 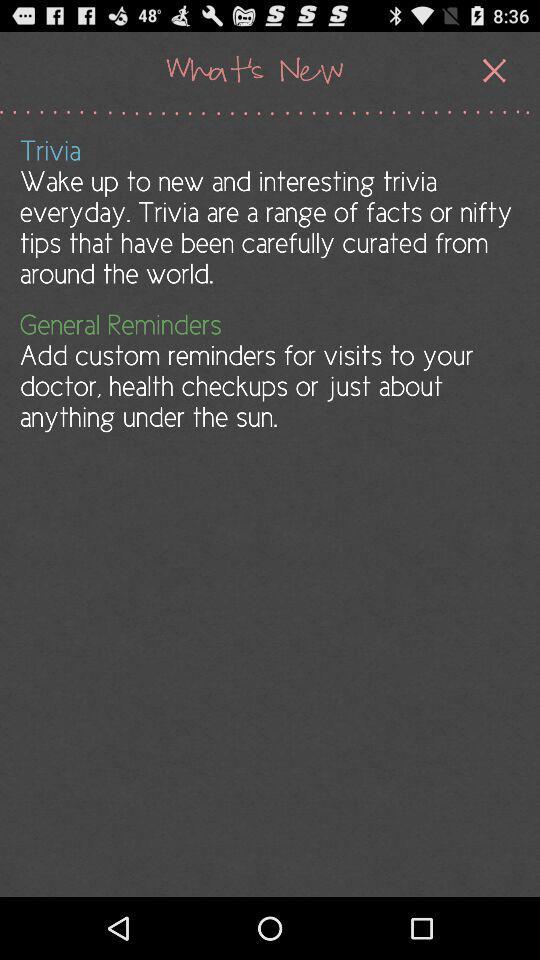 What do you see at coordinates (268, 212) in the screenshot?
I see `trivia wake up` at bounding box center [268, 212].